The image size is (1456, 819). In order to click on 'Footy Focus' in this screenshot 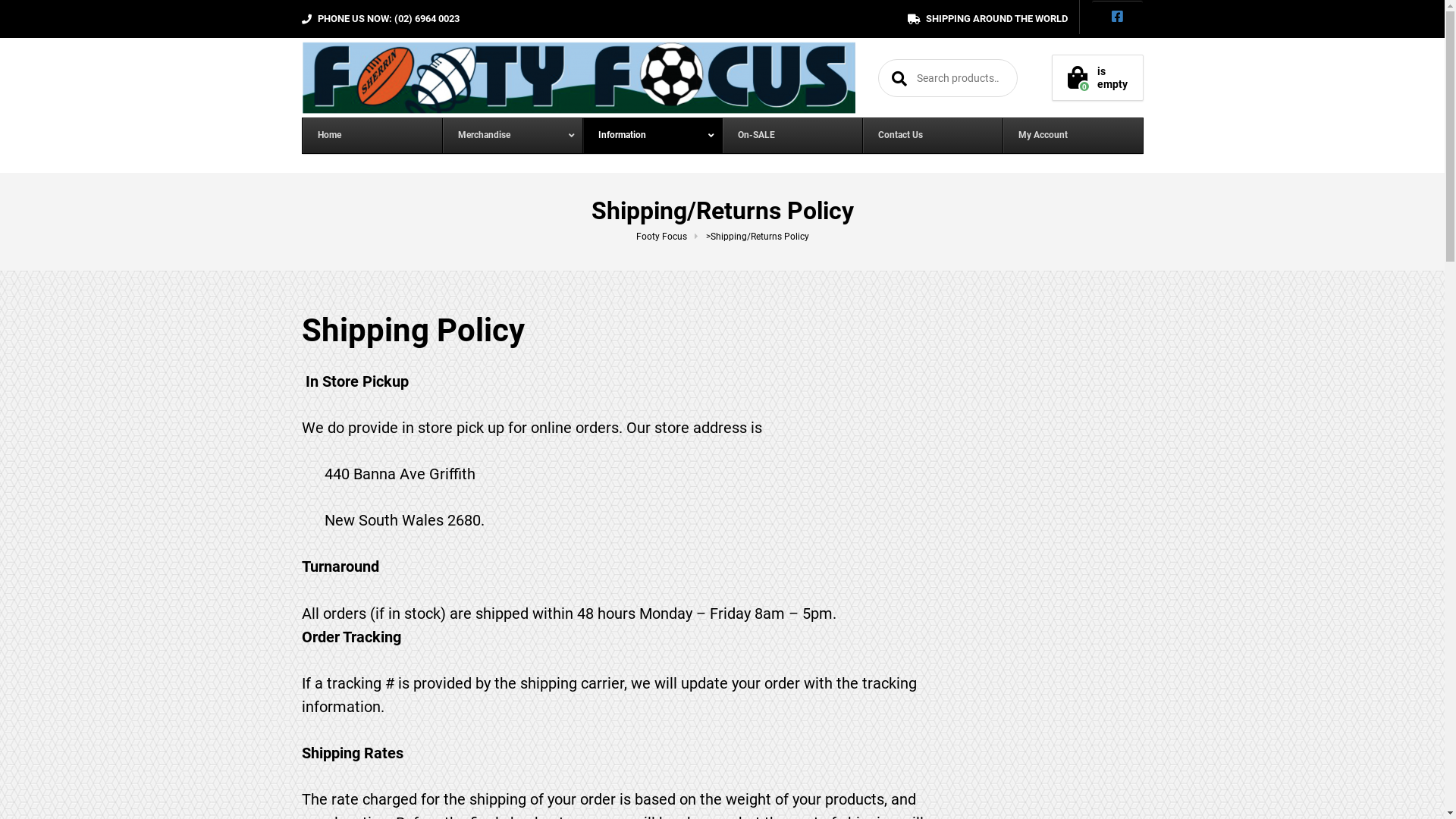, I will do `click(669, 237)`.